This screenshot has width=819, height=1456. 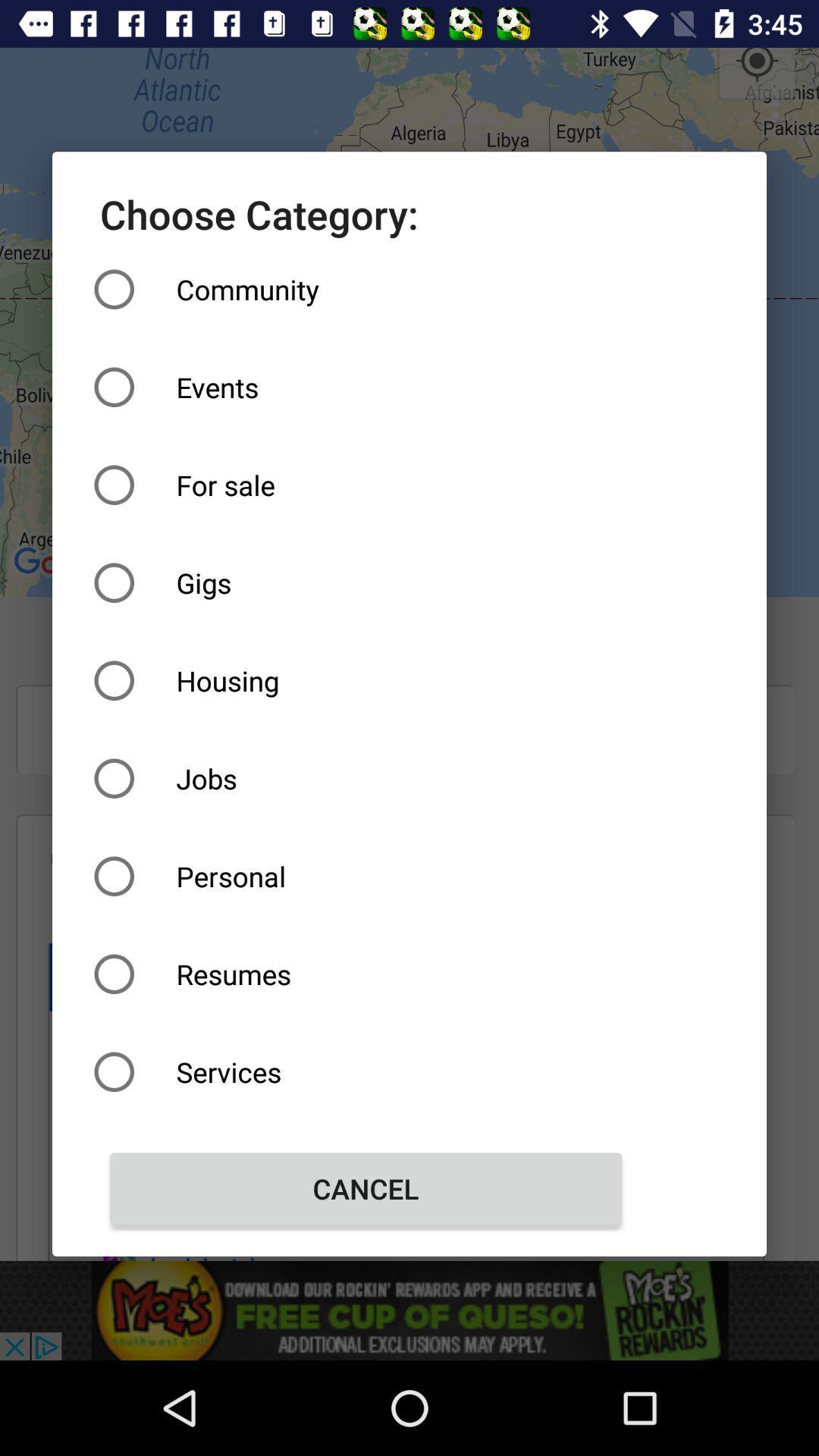 I want to click on the icon below services, so click(x=366, y=1188).